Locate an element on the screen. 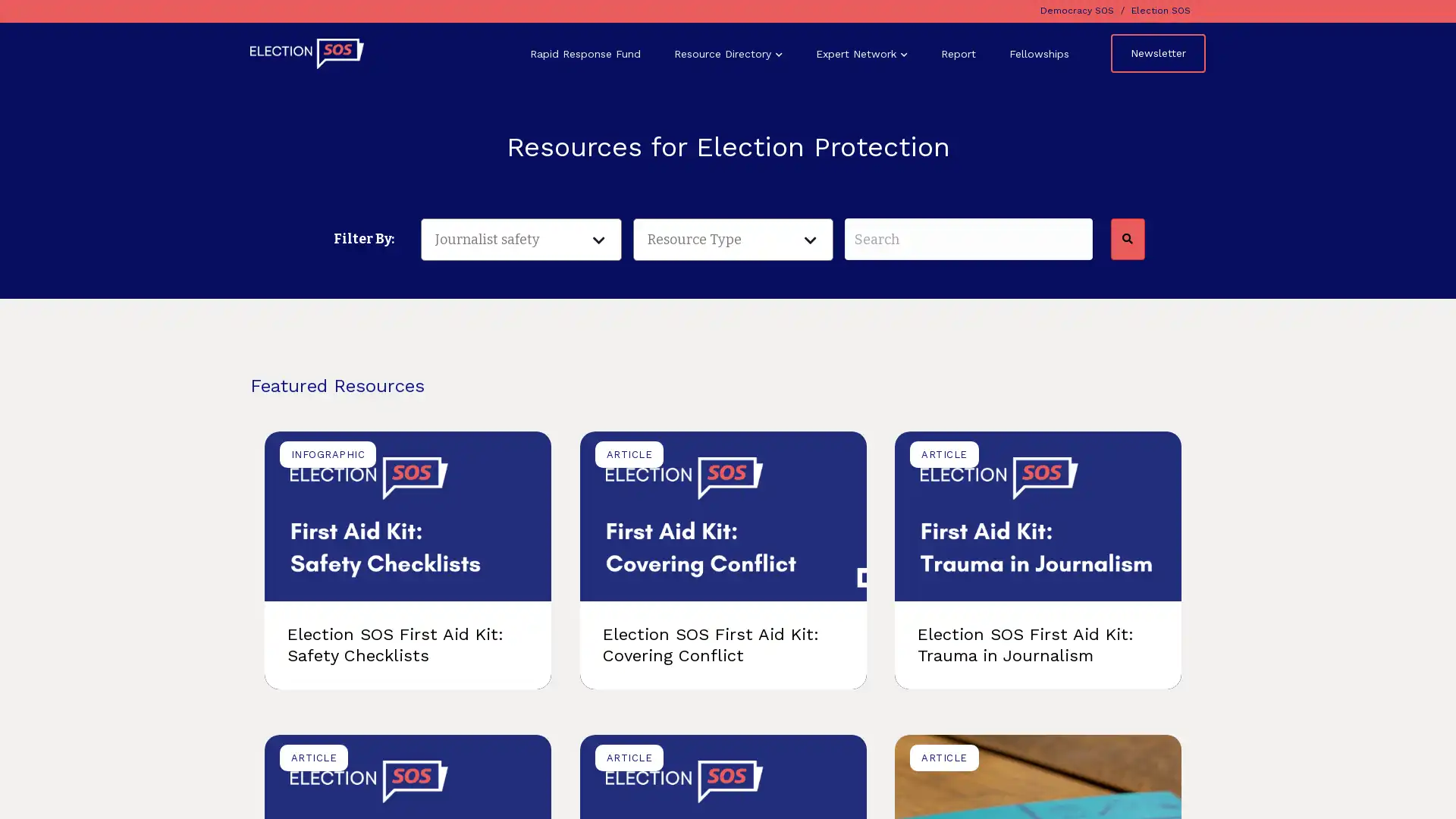 This screenshot has width=1456, height=819. Submit search is located at coordinates (1127, 239).